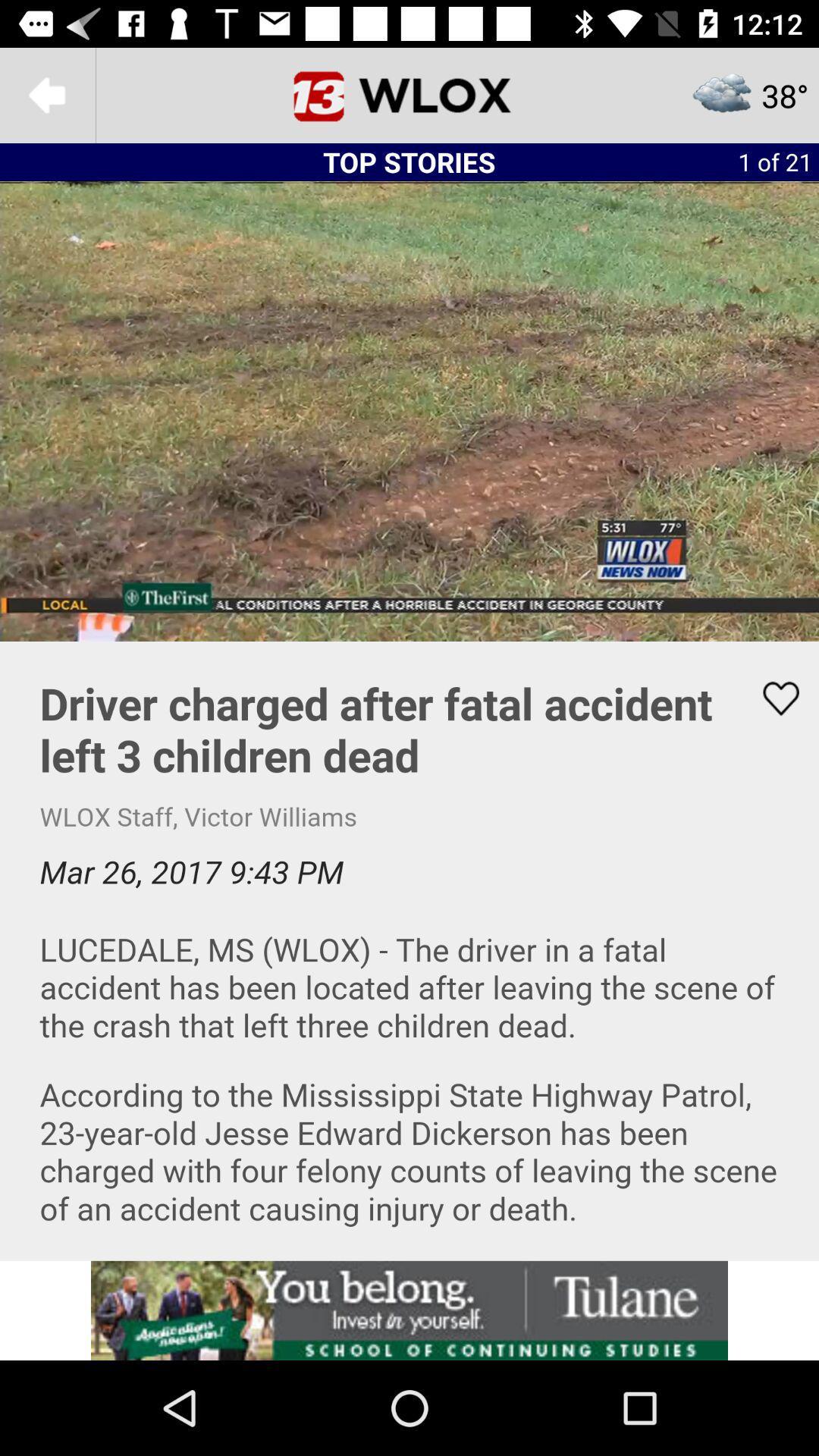 The image size is (819, 1456). I want to click on main article, so click(409, 949).